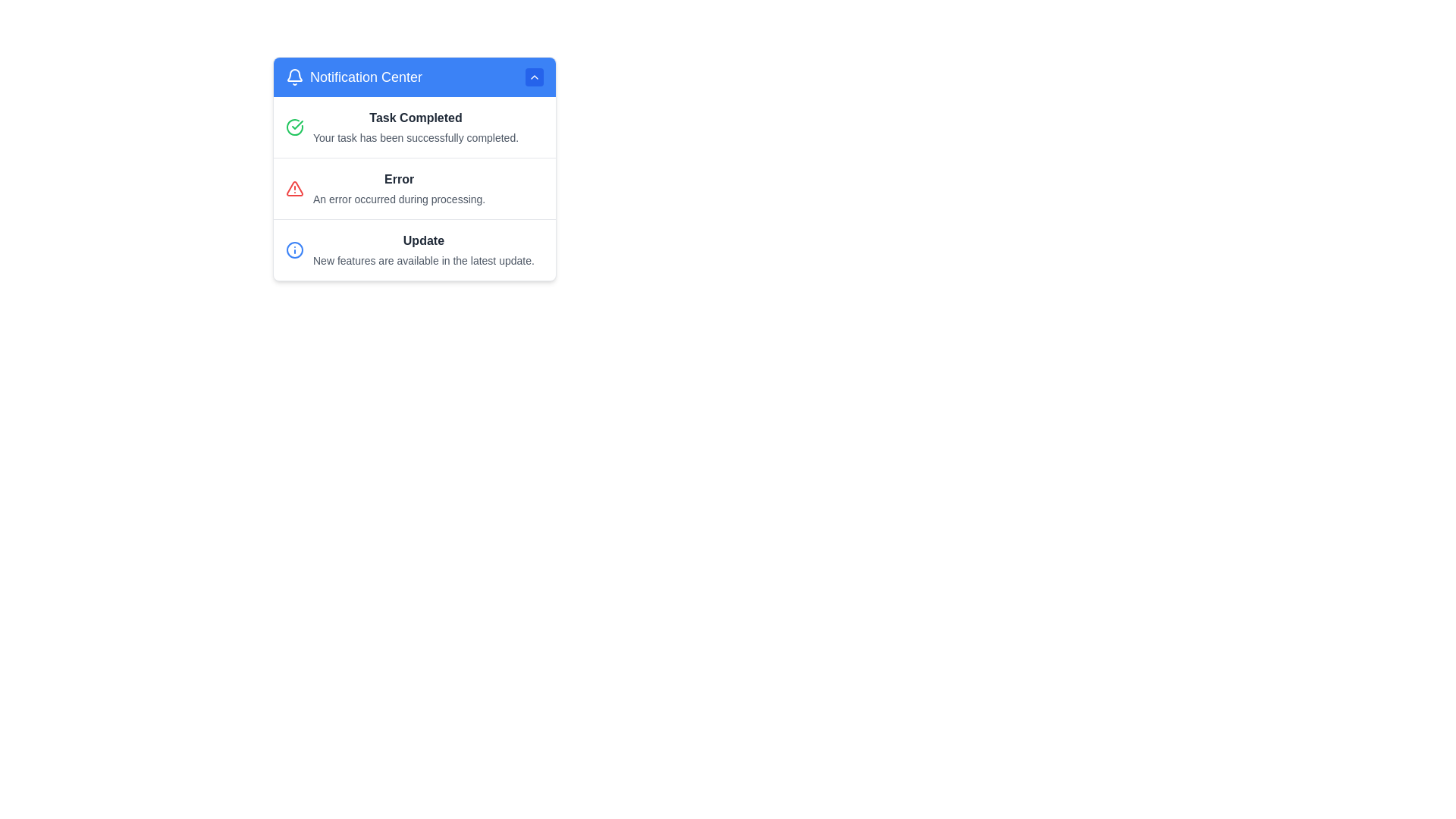  Describe the element at coordinates (294, 75) in the screenshot. I see `the bell icon that symbolizes the notification feature, located at the top-left of the header, to the left of the 'Notification Center' title` at that location.